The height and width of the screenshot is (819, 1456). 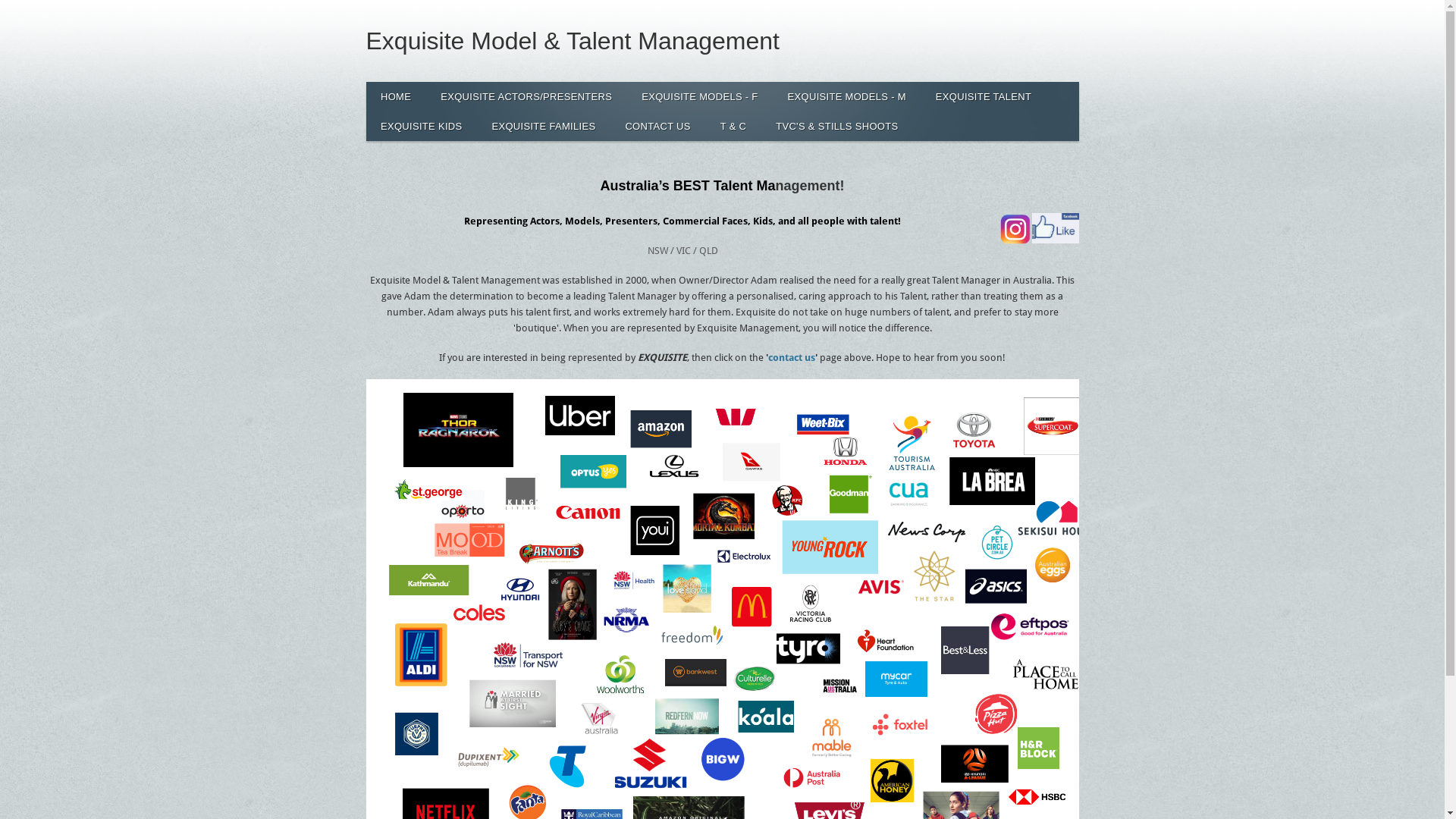 I want to click on 'EXQUISITE KIDS', so click(x=421, y=125).